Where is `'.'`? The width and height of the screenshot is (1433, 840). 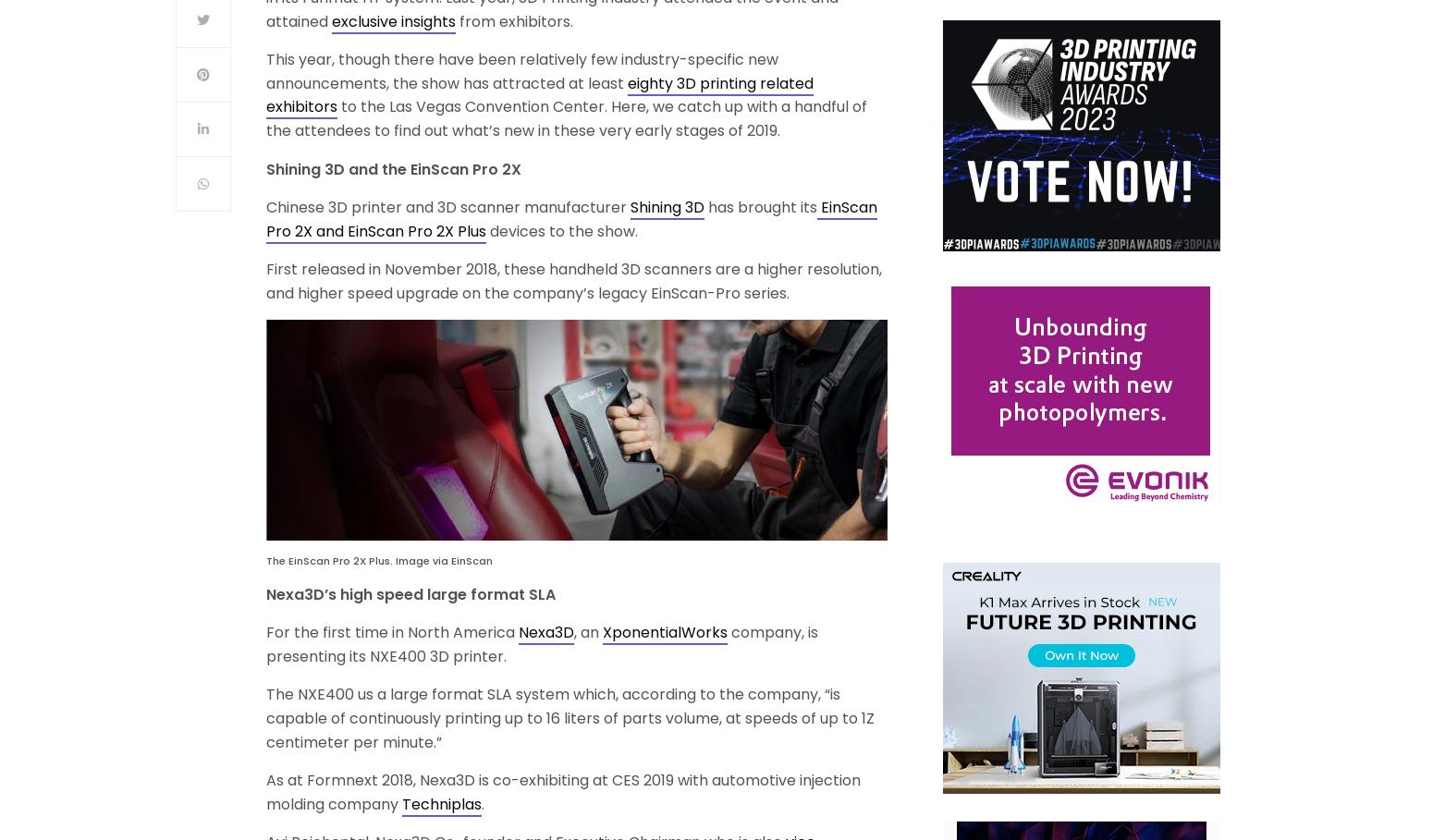
'.' is located at coordinates (482, 802).